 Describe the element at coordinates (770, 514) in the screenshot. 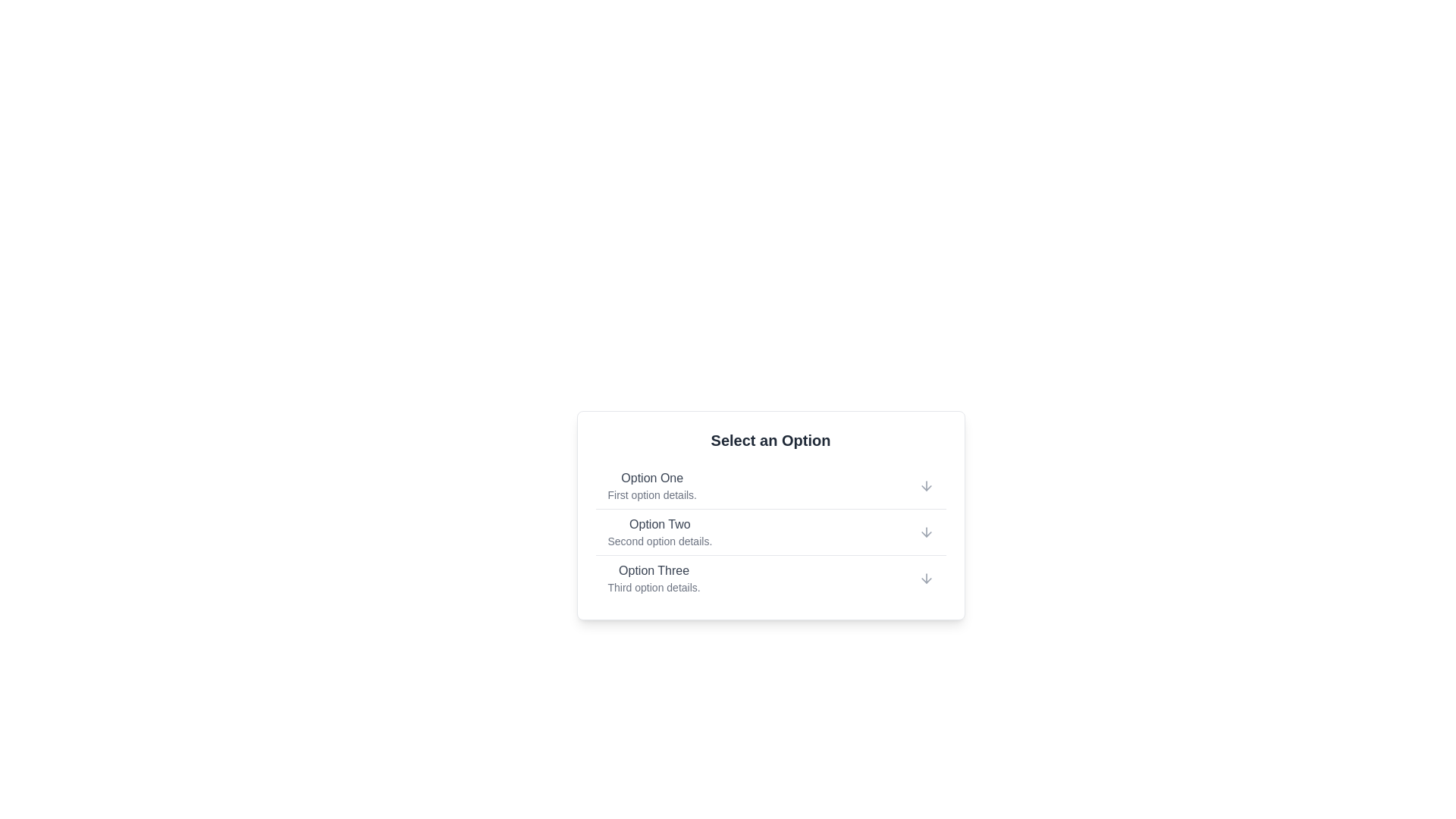

I see `the dropdown option list titled 'Select an Option'` at that location.